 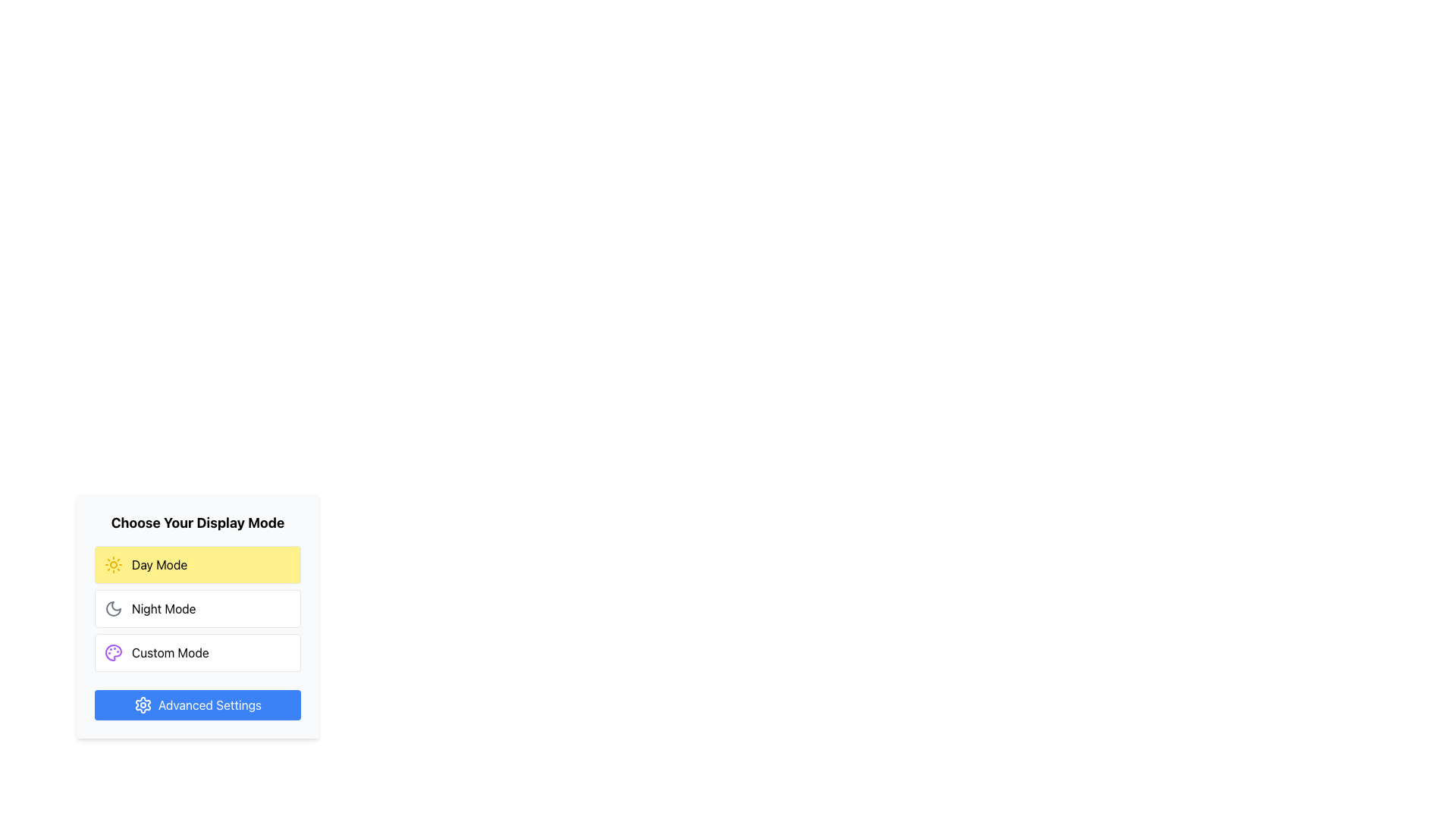 I want to click on the 'Custom Mode' button, which is the third option in the display modes section and features a purple palette icon, to observe its hover effect, so click(x=196, y=651).